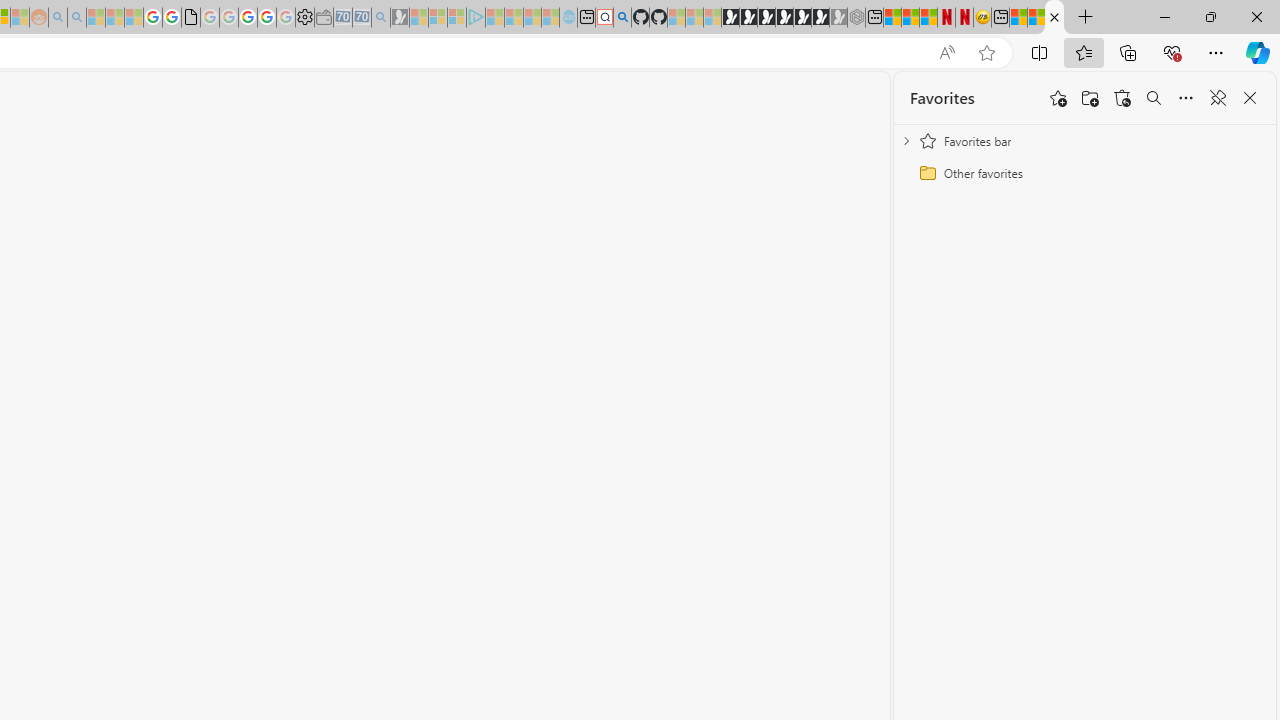 The width and height of the screenshot is (1280, 720). What do you see at coordinates (621, 17) in the screenshot?
I see `'github - Search'` at bounding box center [621, 17].